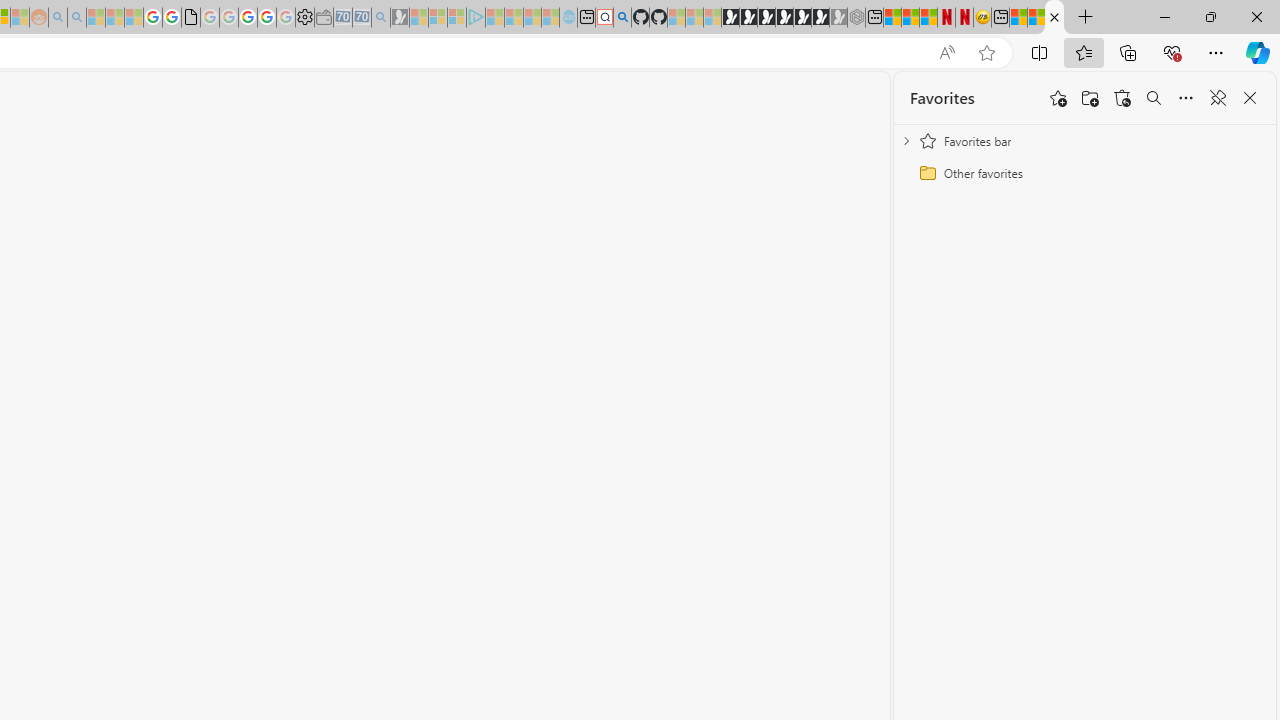 The width and height of the screenshot is (1280, 720). What do you see at coordinates (621, 17) in the screenshot?
I see `'github - Search'` at bounding box center [621, 17].